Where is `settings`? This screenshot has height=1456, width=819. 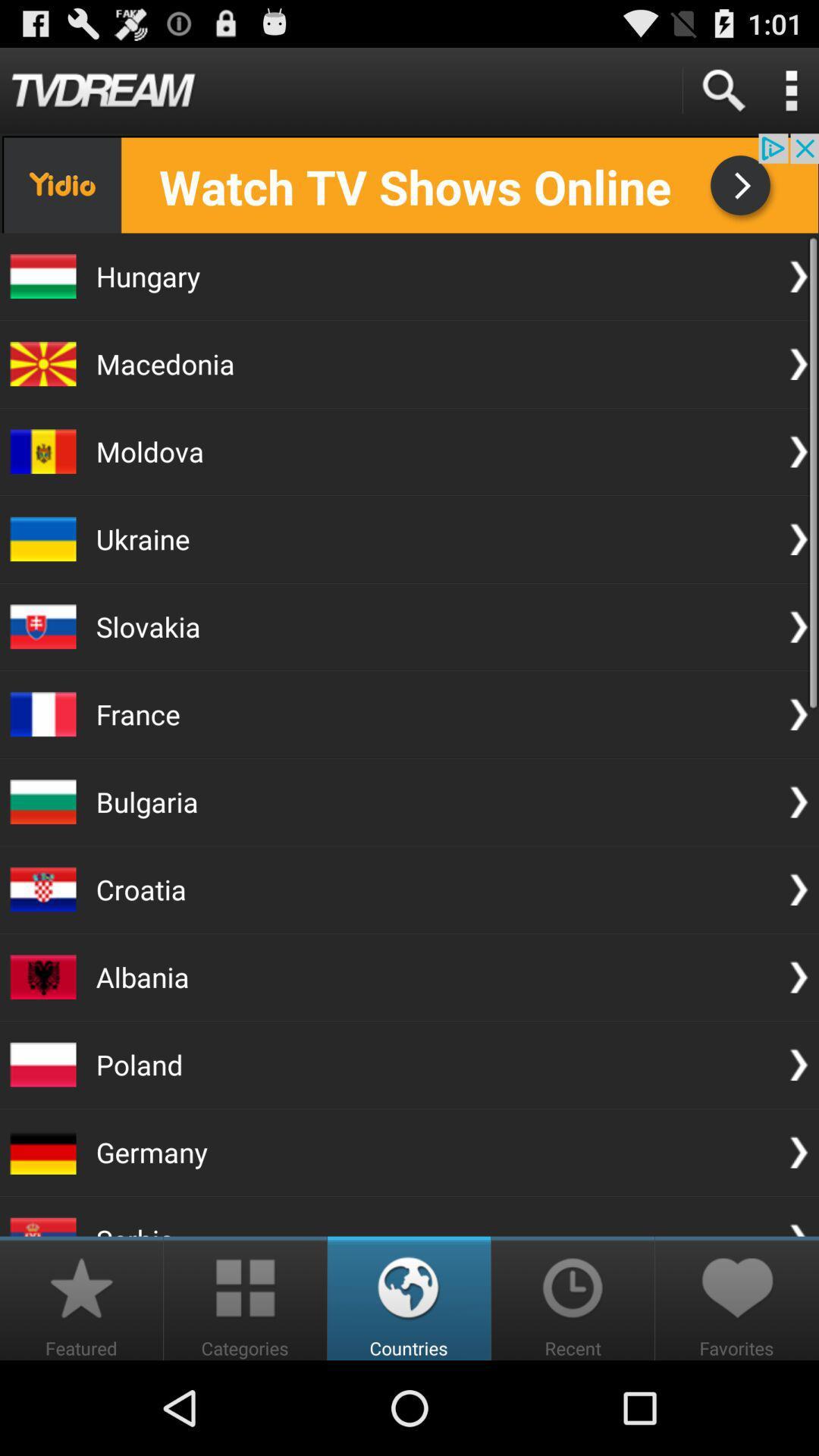 settings is located at coordinates (790, 89).